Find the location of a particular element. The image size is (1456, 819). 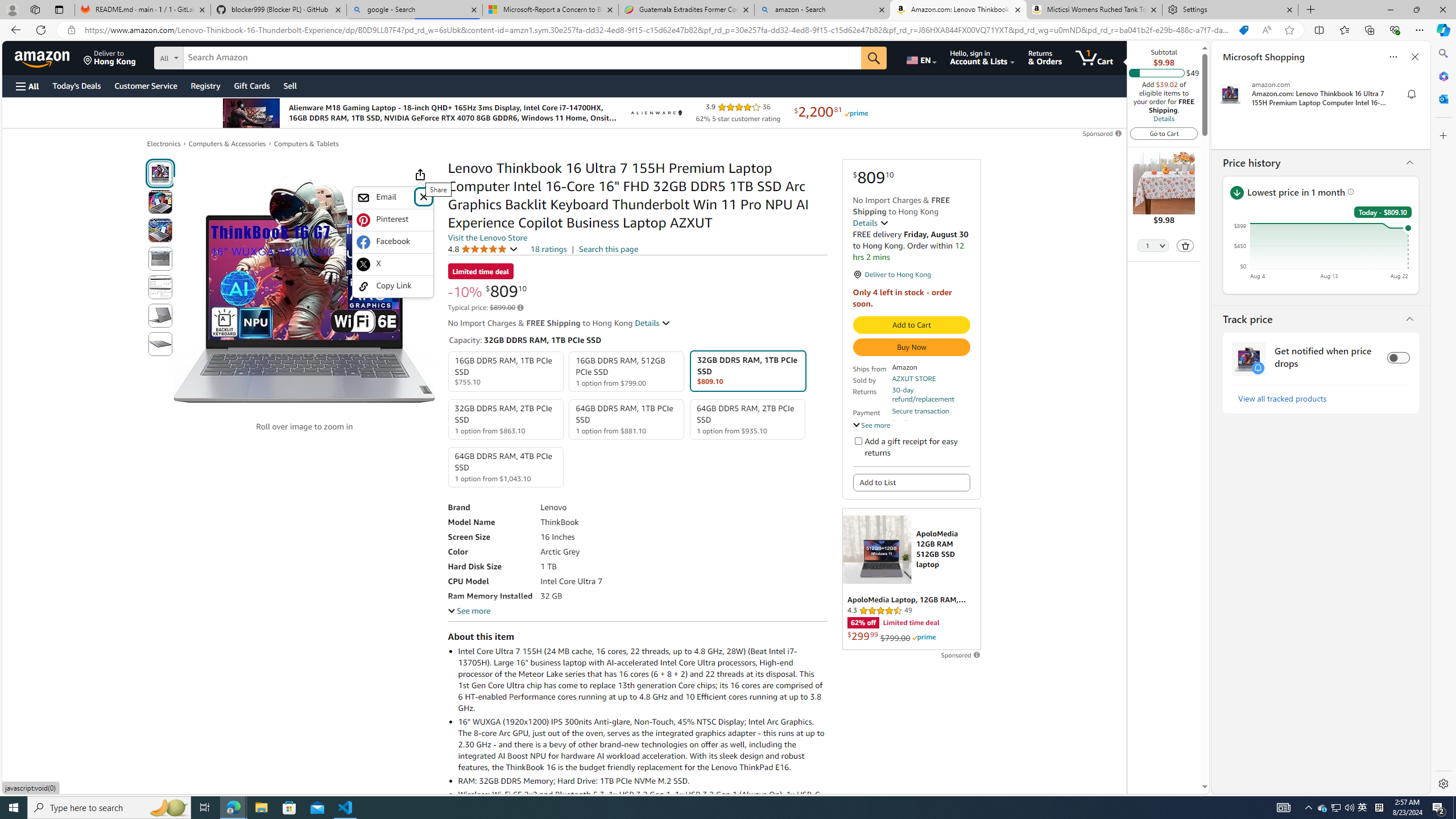

'Go to Cart' is located at coordinates (1164, 133).